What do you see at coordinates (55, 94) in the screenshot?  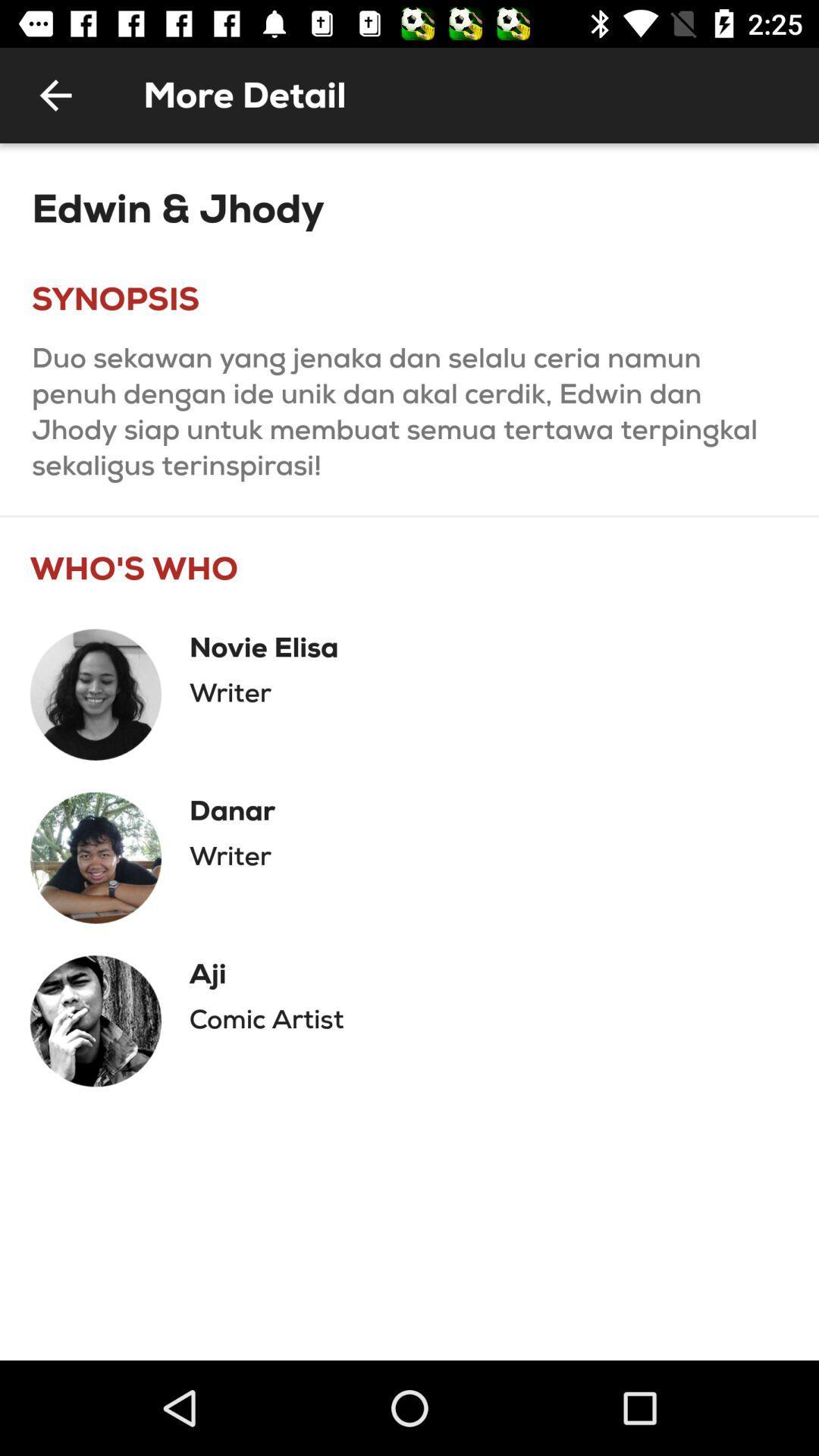 I see `icon above edwin & jhody item` at bounding box center [55, 94].